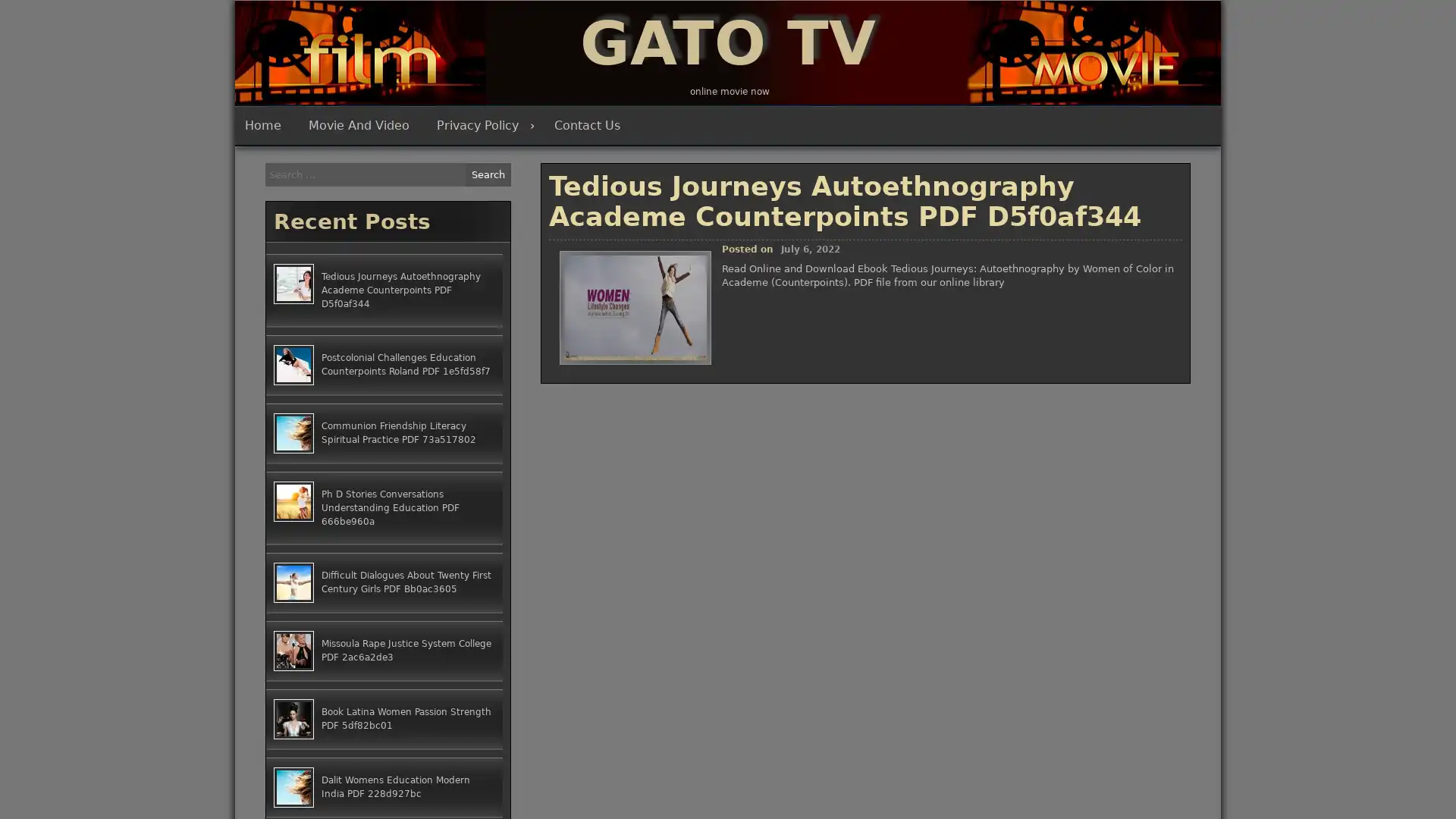  What do you see at coordinates (488, 174) in the screenshot?
I see `Search` at bounding box center [488, 174].